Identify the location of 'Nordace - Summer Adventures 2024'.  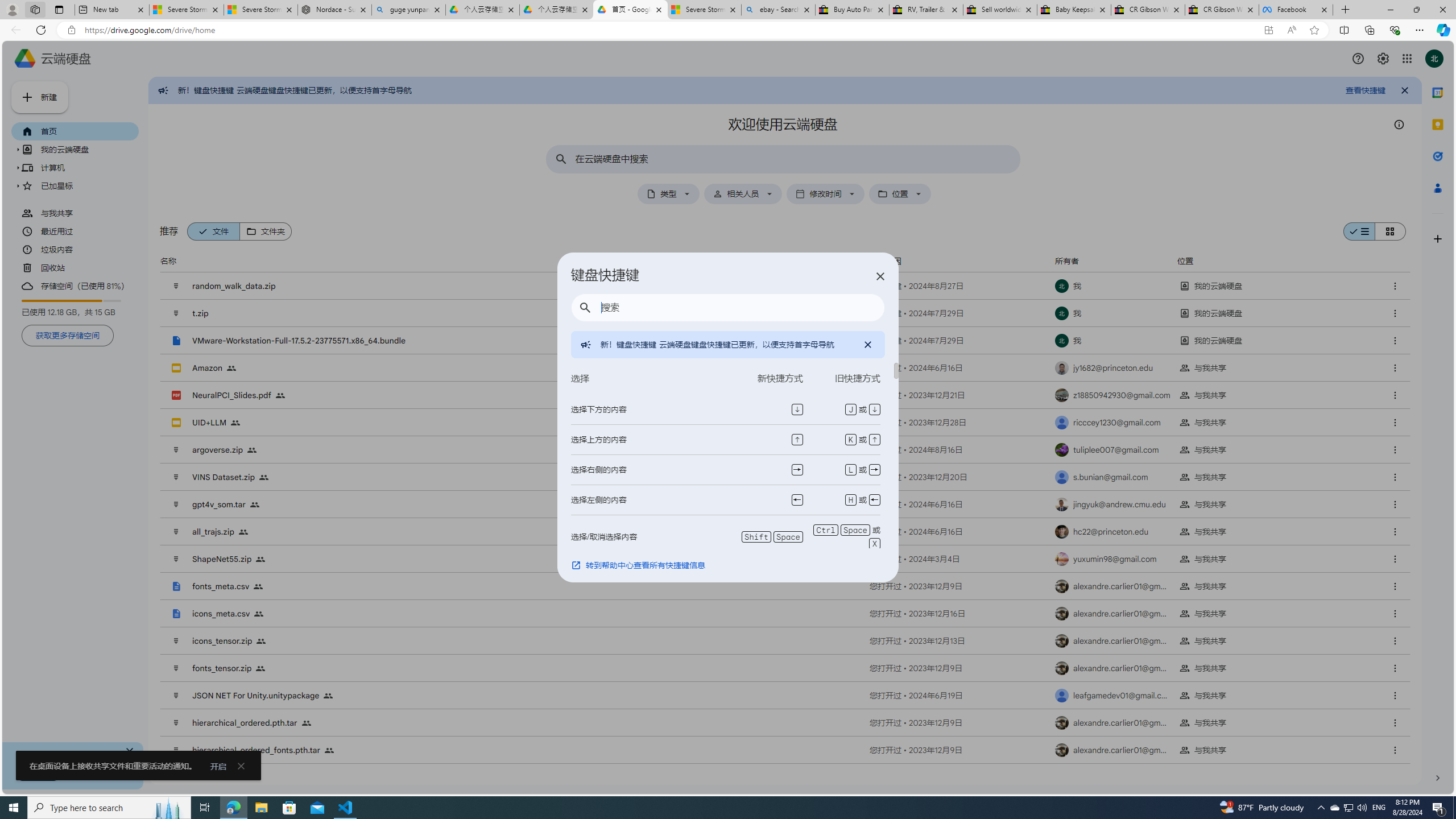
(334, 9).